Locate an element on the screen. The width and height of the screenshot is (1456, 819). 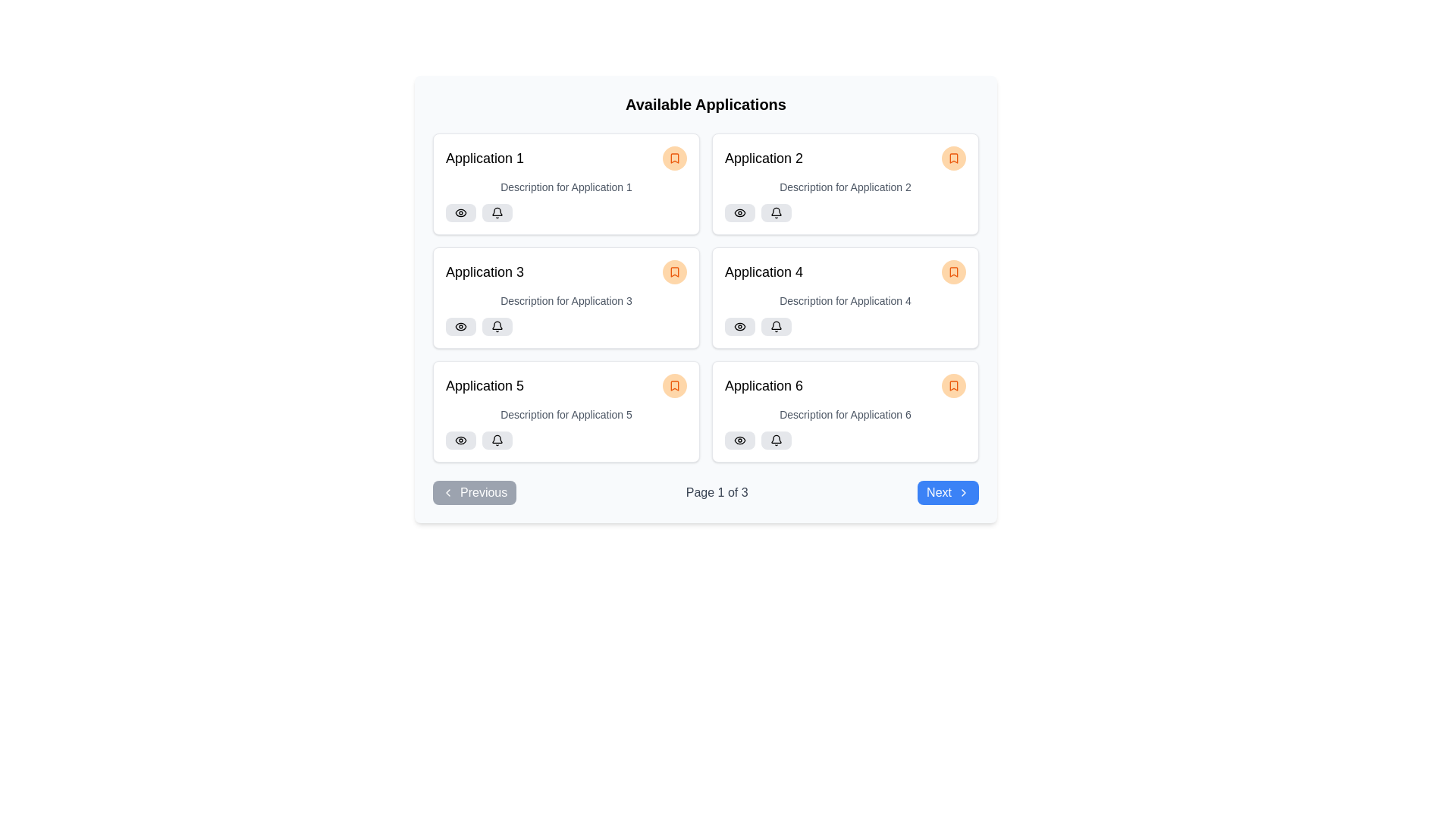
the orange bookmark icon located at the top-right corner of the 'Application 2' card is located at coordinates (952, 158).